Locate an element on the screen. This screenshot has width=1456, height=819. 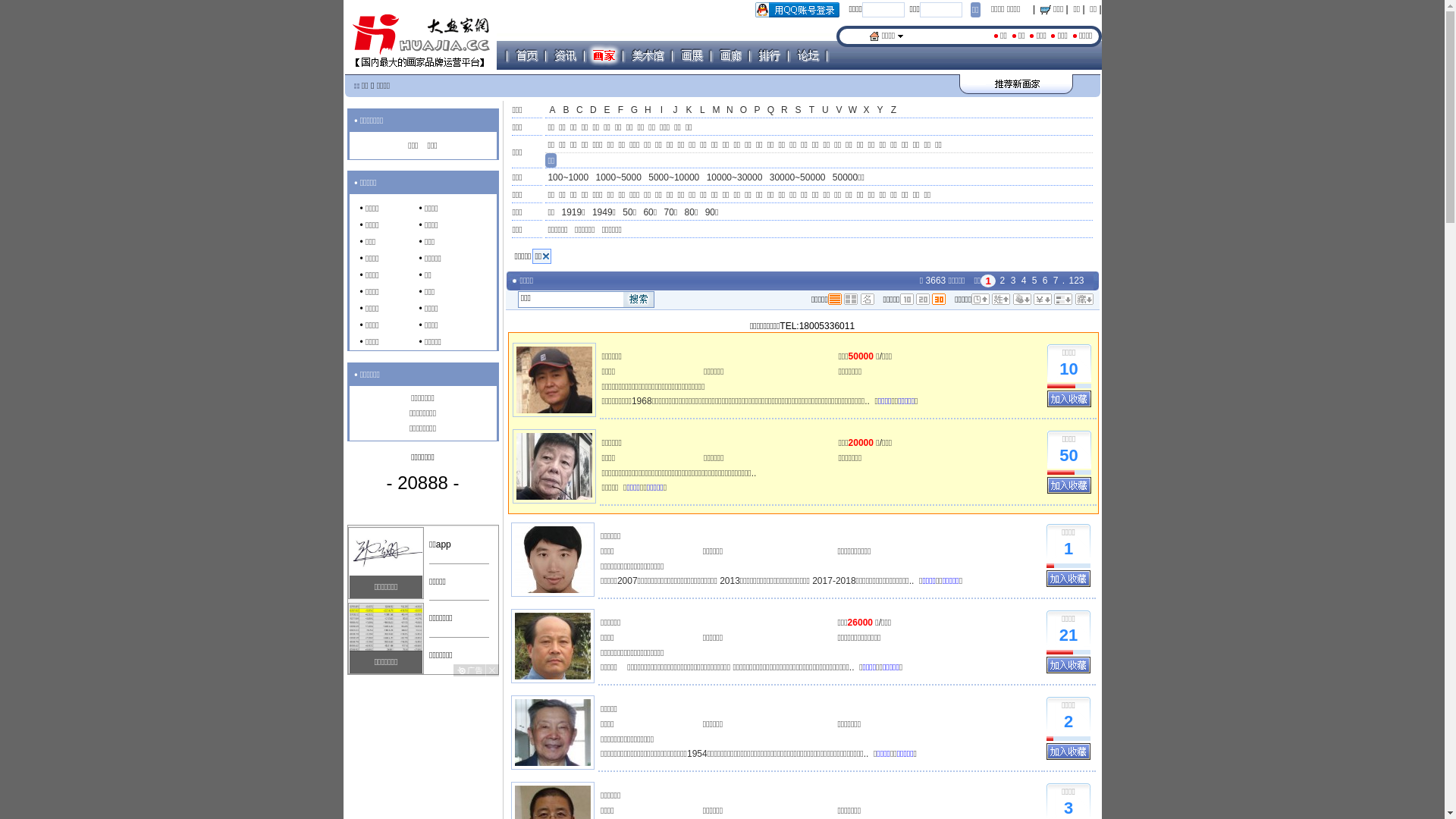
'C' is located at coordinates (578, 110).